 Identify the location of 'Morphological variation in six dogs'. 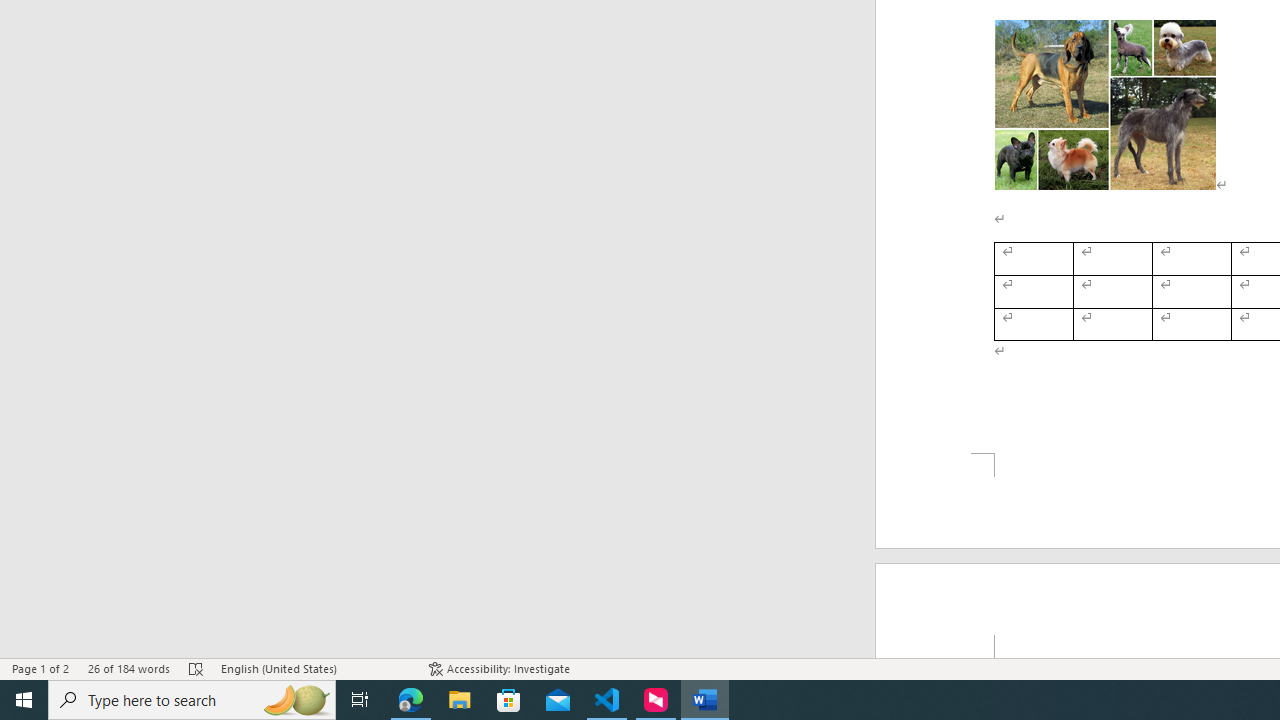
(1104, 105).